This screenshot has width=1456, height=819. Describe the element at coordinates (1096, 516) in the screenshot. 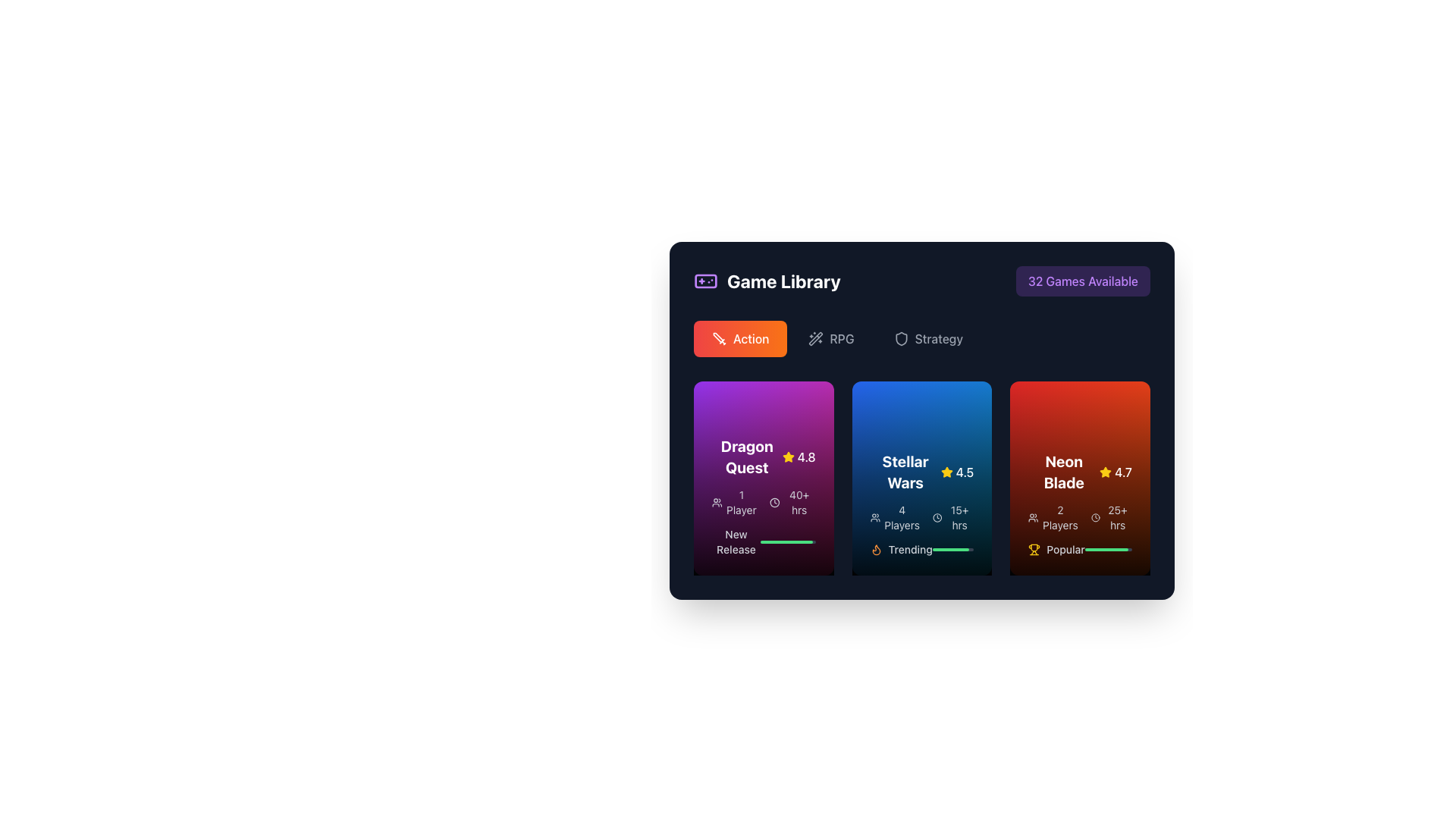

I see `the group of icons and texts that includes the '25+ hrs' time icon located in the bottom-right corner of the 'Neon Blade' card` at that location.